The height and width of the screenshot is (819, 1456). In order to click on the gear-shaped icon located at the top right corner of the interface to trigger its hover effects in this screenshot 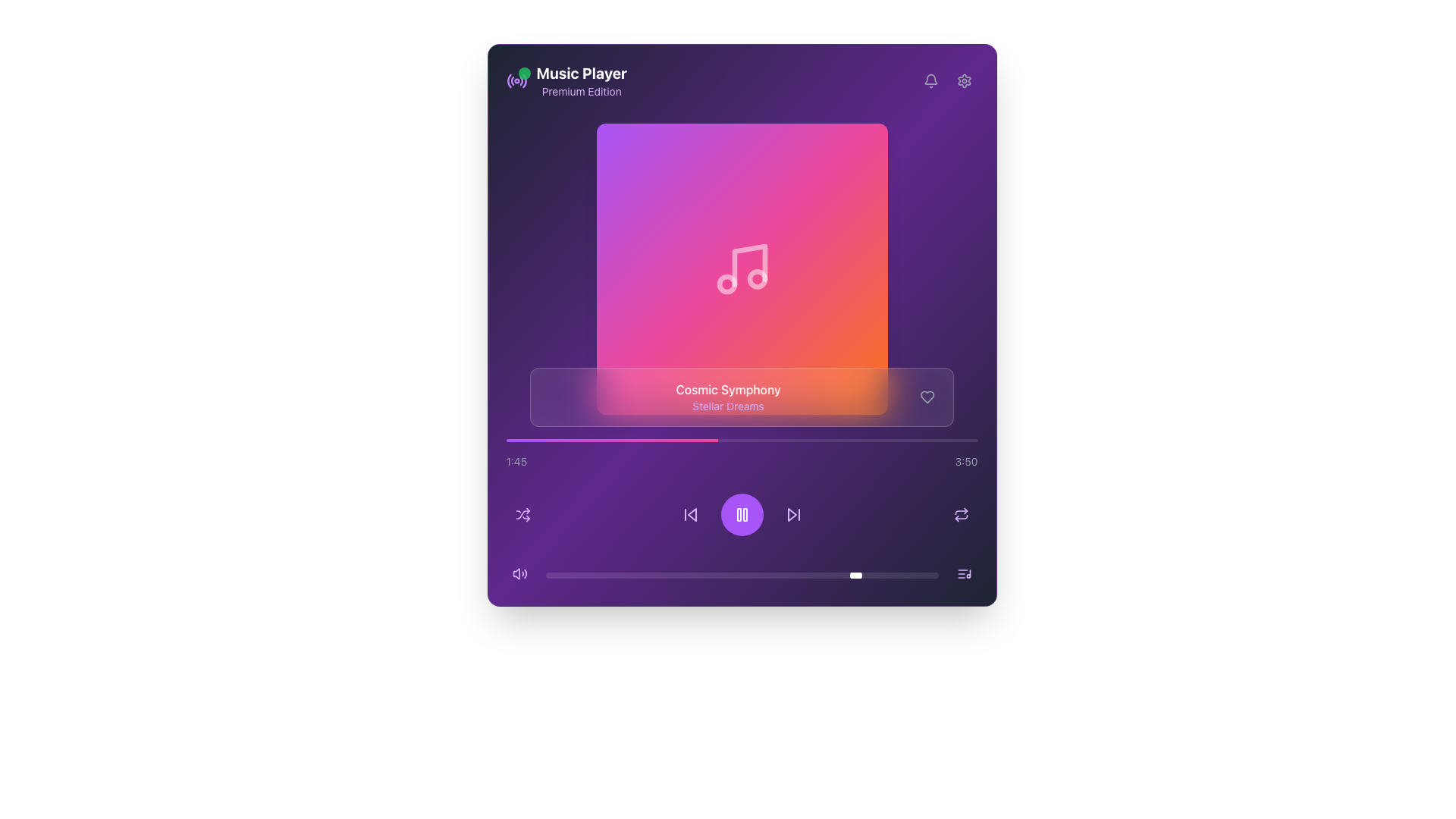, I will do `click(963, 81)`.